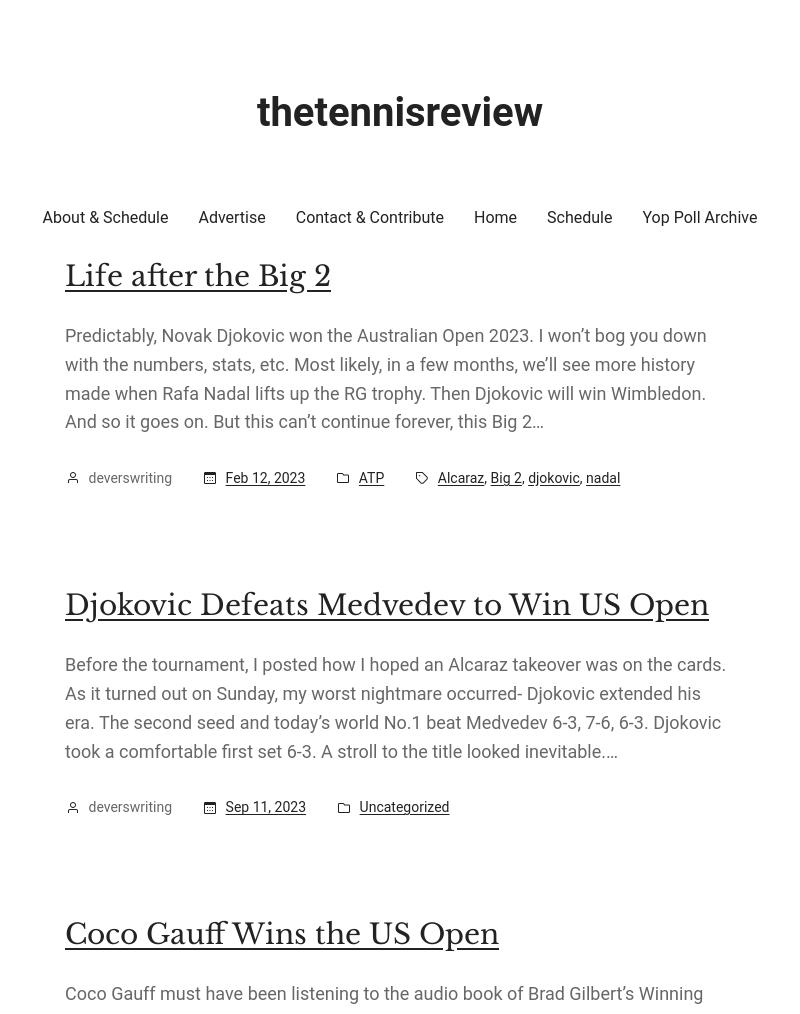  What do you see at coordinates (490, 477) in the screenshot?
I see `'Big 2'` at bounding box center [490, 477].